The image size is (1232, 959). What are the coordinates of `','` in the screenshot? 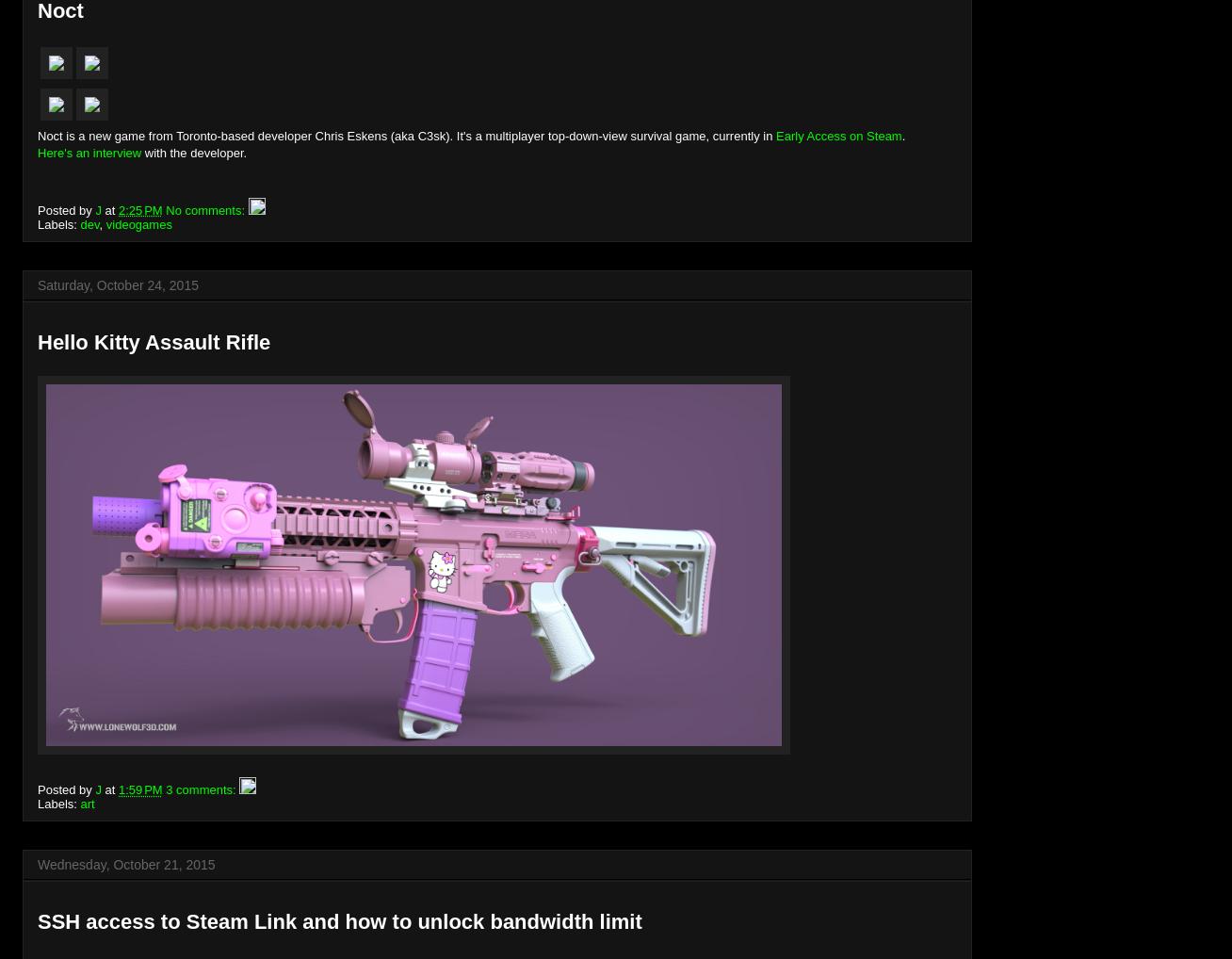 It's located at (101, 222).